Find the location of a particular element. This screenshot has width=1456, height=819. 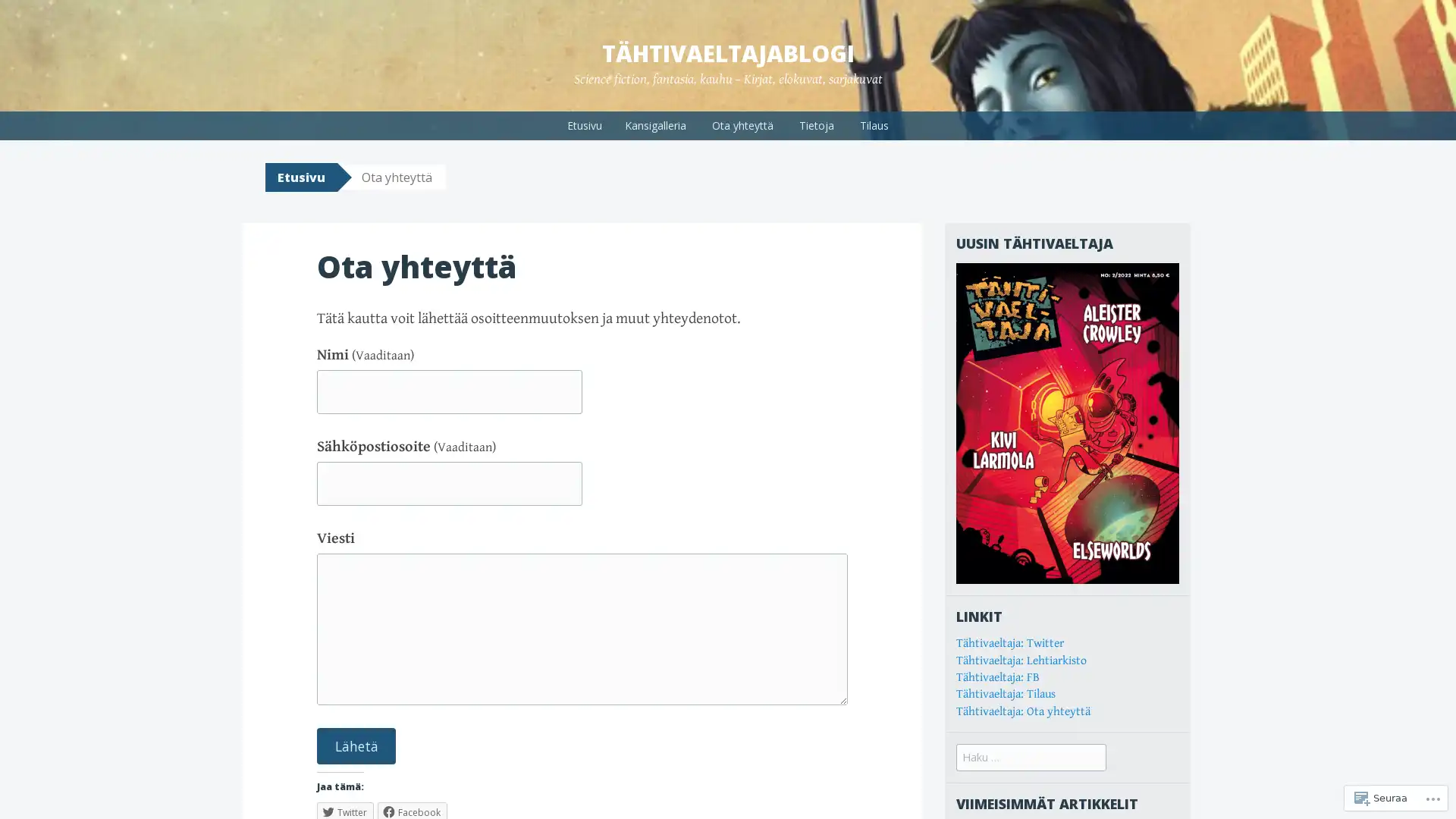

Laheta is located at coordinates (356, 745).